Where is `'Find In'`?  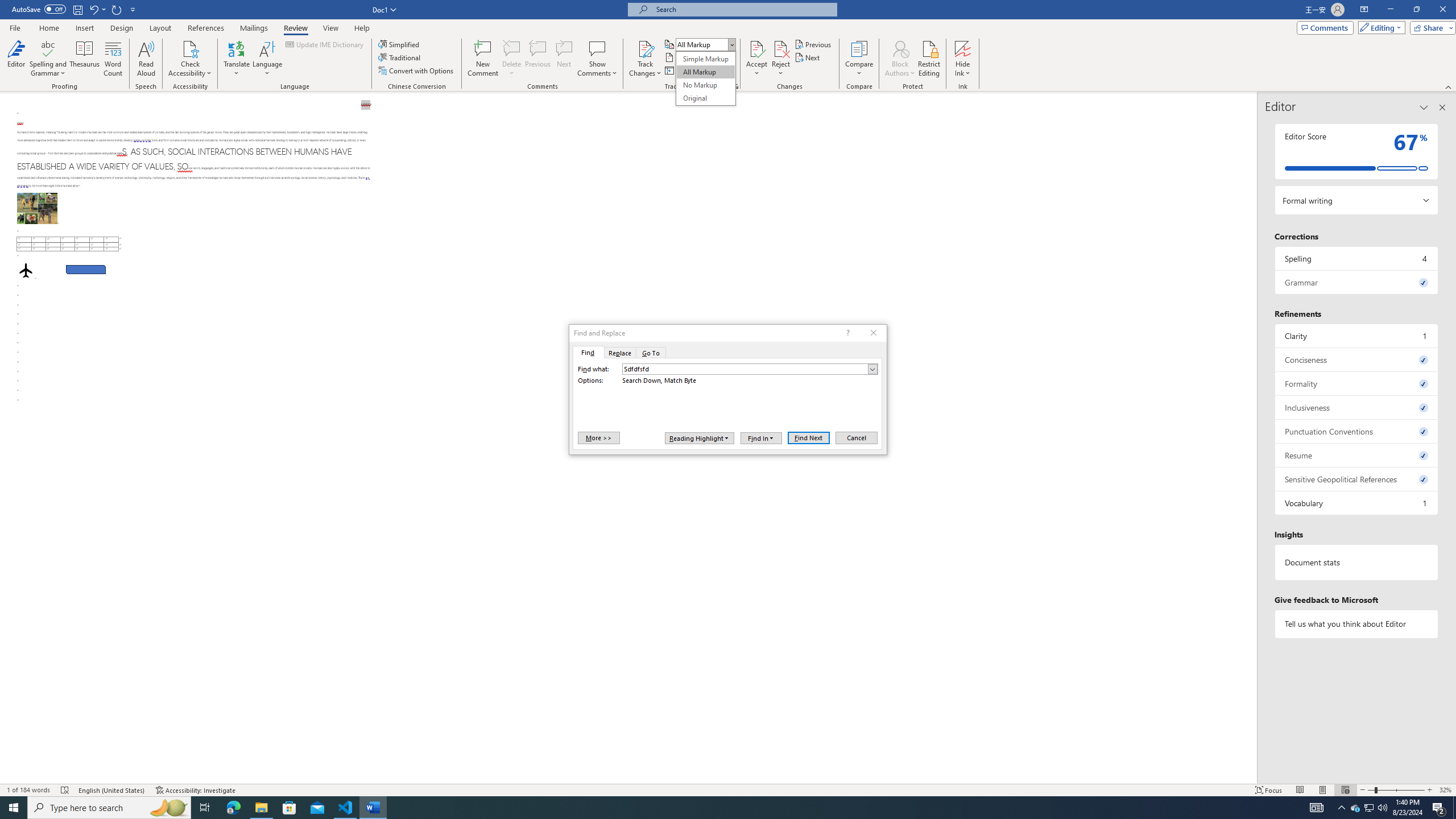 'Find In' is located at coordinates (760, 437).